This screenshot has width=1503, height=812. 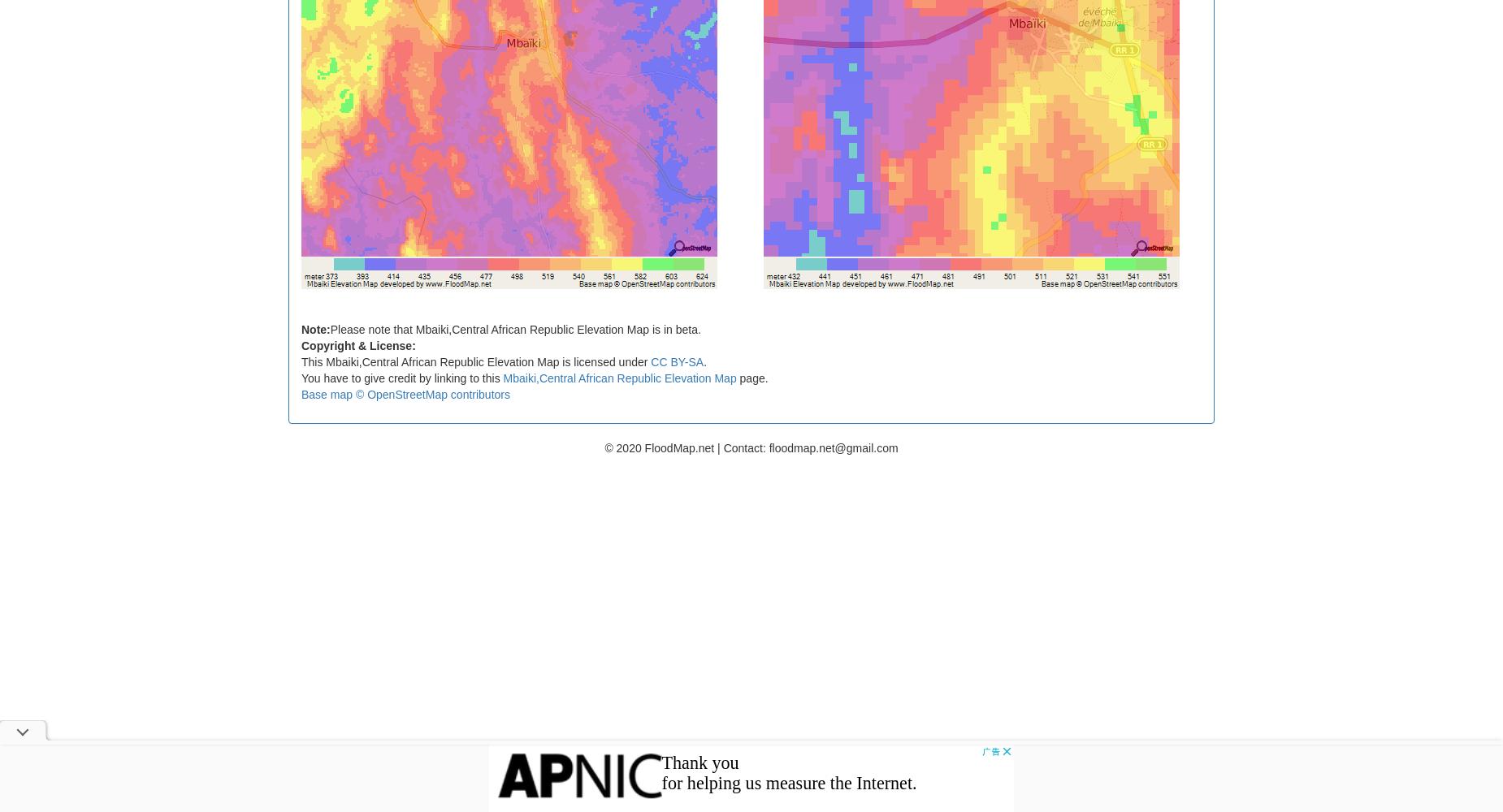 I want to click on 'Mbaiki,Central African Republic Elevation Map', so click(x=619, y=377).